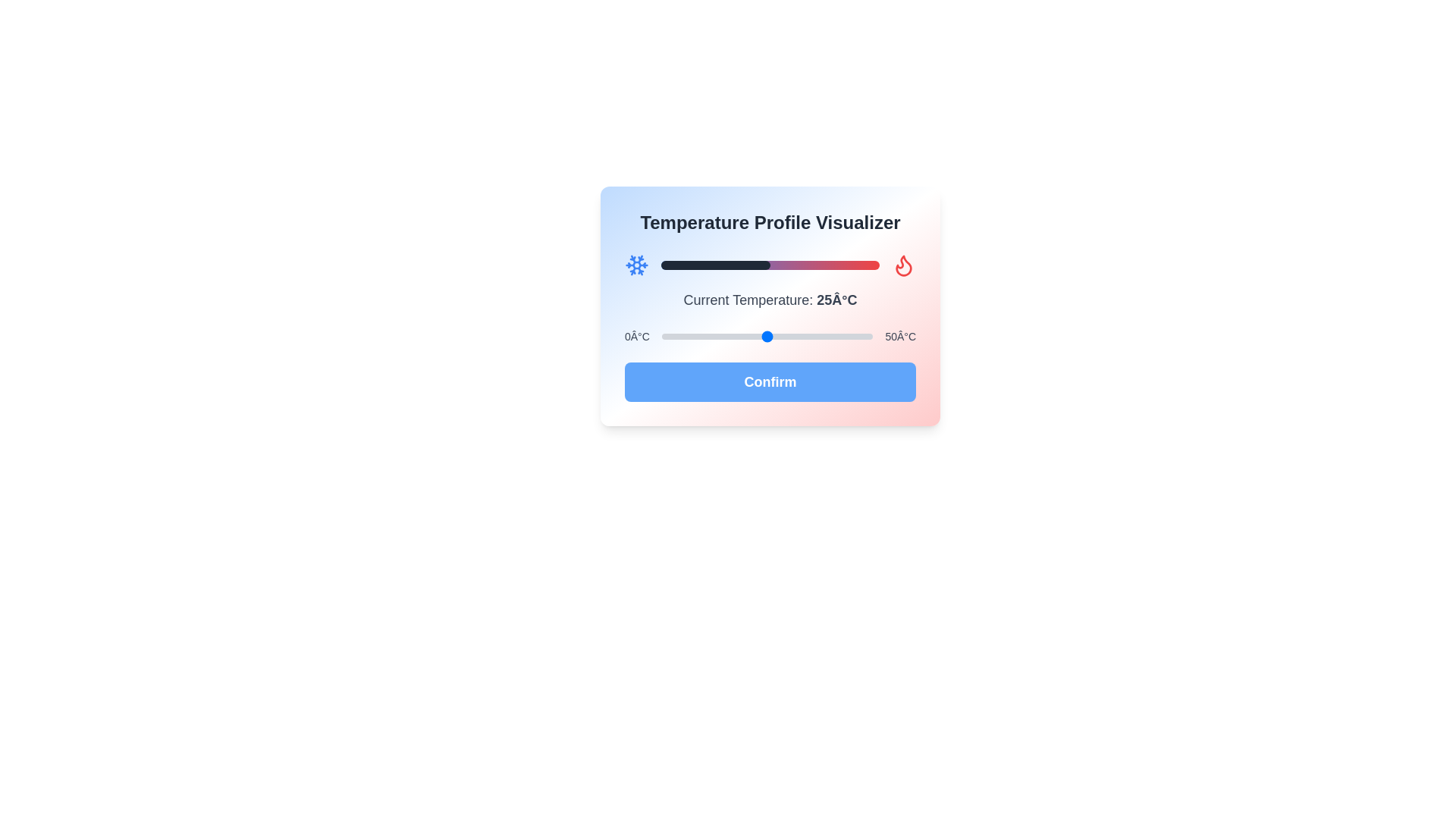  Describe the element at coordinates (838, 335) in the screenshot. I see `the temperature to 42°C using the slider` at that location.